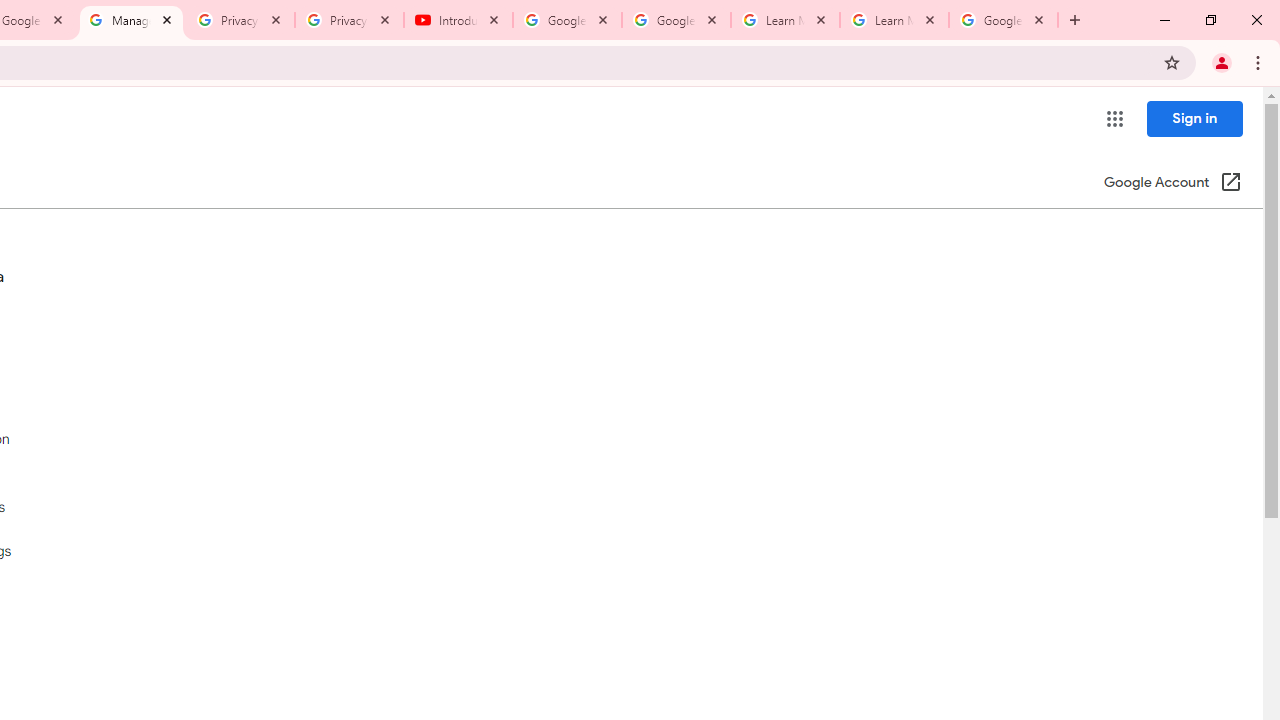  Describe the element at coordinates (457, 20) in the screenshot. I see `'Introduction | Google Privacy Policy - YouTube'` at that location.